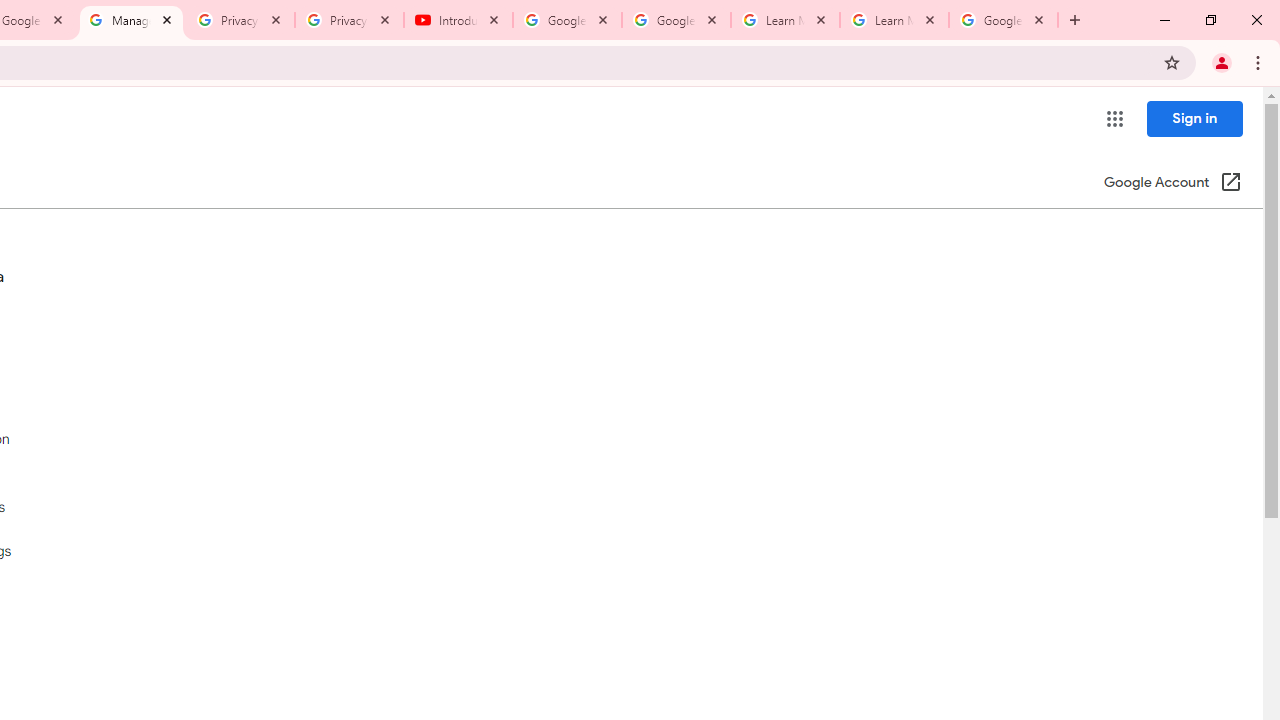  Describe the element at coordinates (457, 20) in the screenshot. I see `'Introduction | Google Privacy Policy - YouTube'` at that location.